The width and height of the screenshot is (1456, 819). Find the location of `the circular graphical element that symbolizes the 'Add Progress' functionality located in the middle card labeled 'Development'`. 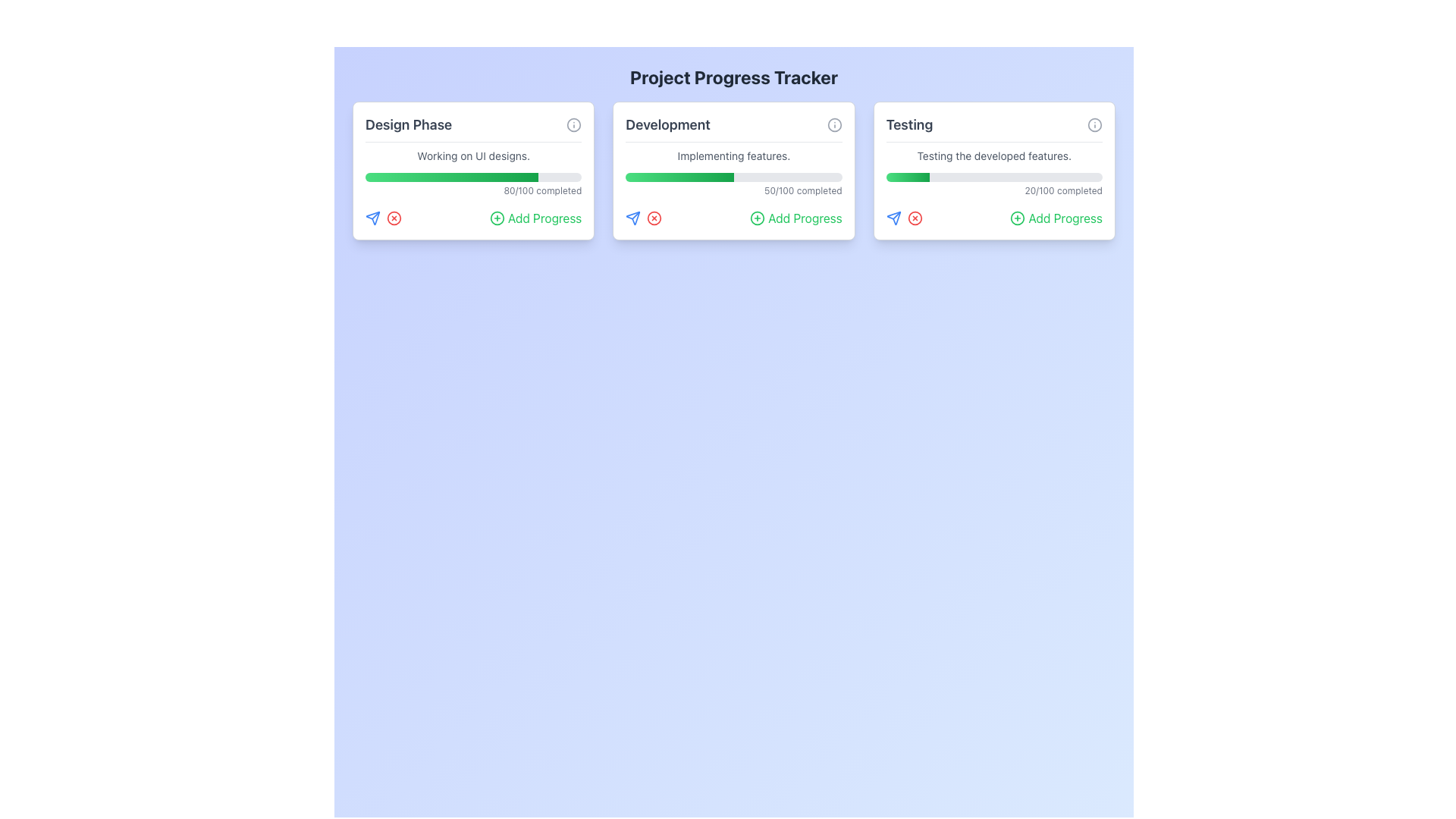

the circular graphical element that symbolizes the 'Add Progress' functionality located in the middle card labeled 'Development' is located at coordinates (758, 218).